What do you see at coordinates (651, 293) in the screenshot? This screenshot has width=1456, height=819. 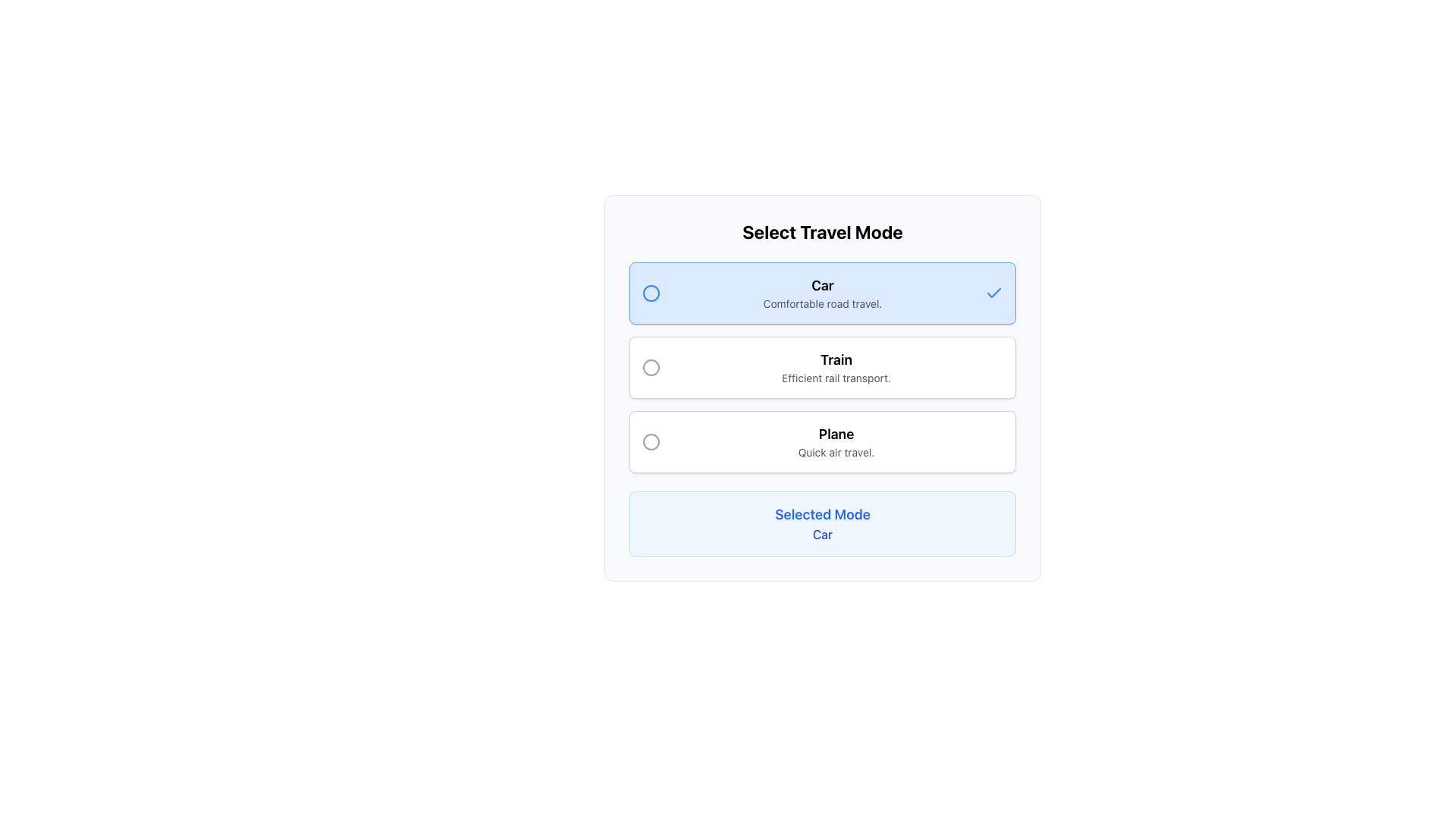 I see `the selection status indication of the 'Car' travel mode icon, which is the first item inside the card representing the 'Car' option, located in the top-left section of the card, adjacent to the title text 'Car'` at bounding box center [651, 293].